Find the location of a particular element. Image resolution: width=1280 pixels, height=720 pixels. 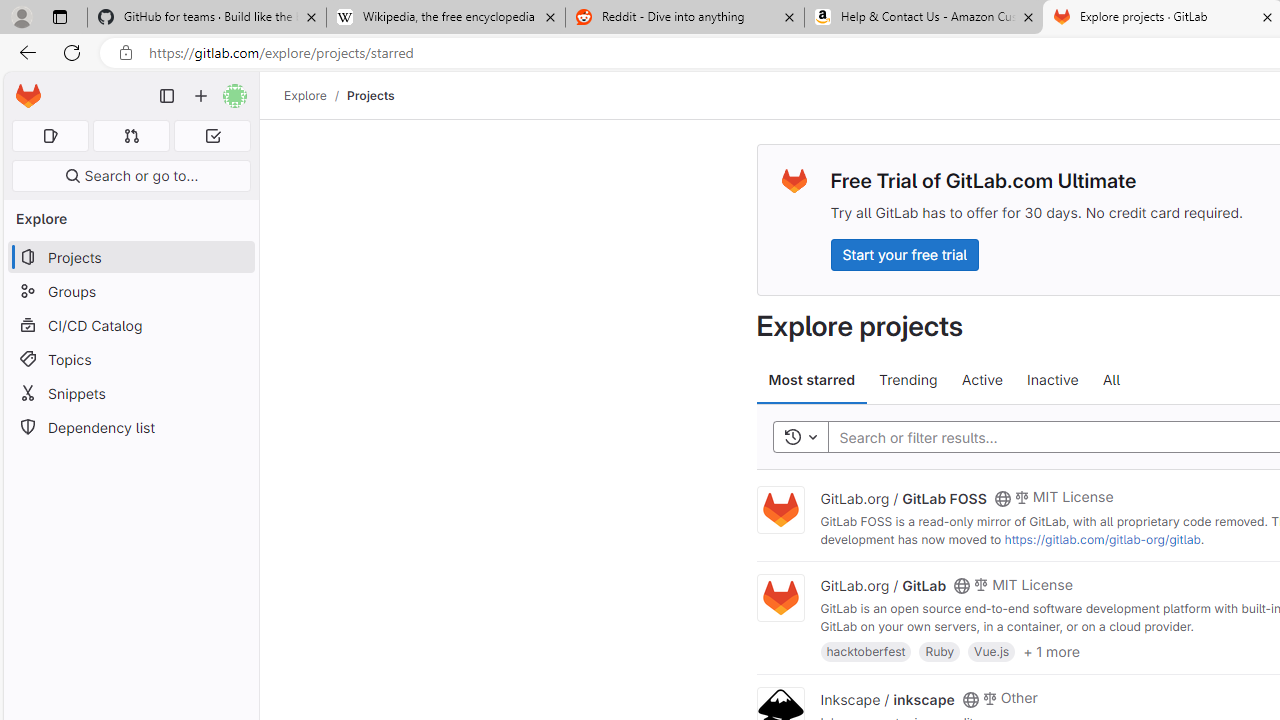

'Toggle history' is located at coordinates (800, 436).